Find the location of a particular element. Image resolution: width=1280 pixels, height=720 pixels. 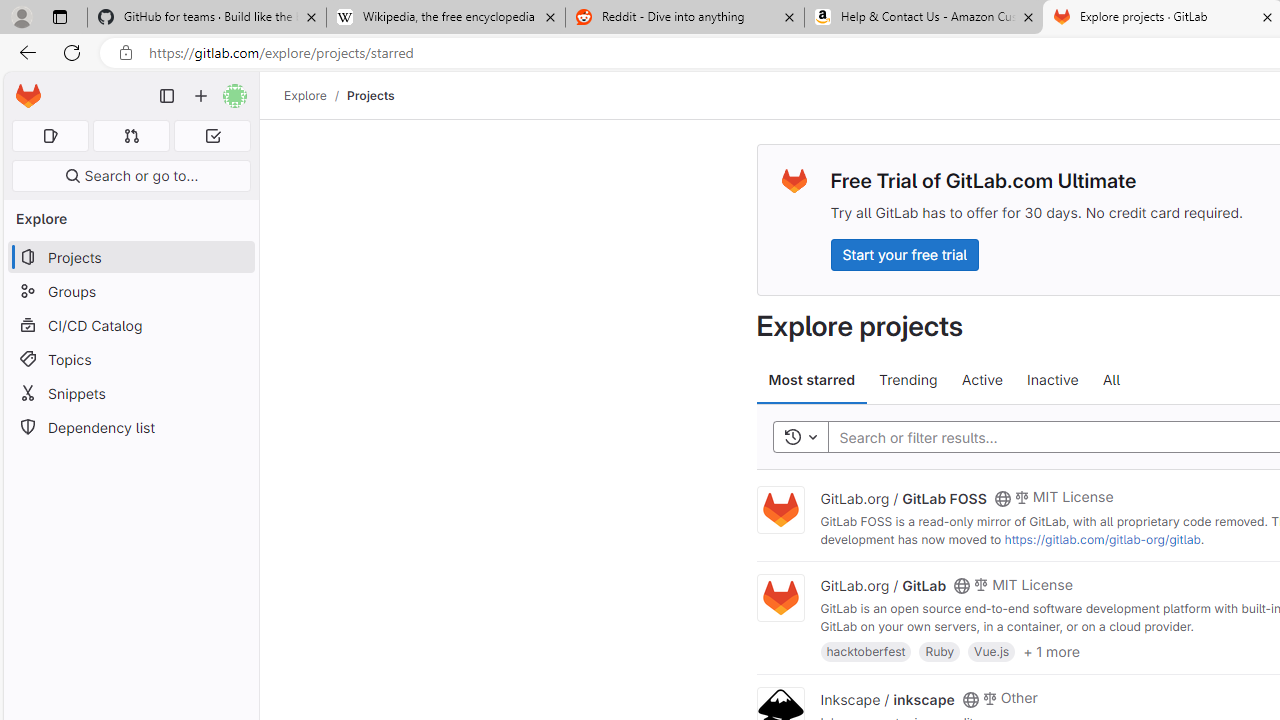

'Toggle history' is located at coordinates (800, 436).